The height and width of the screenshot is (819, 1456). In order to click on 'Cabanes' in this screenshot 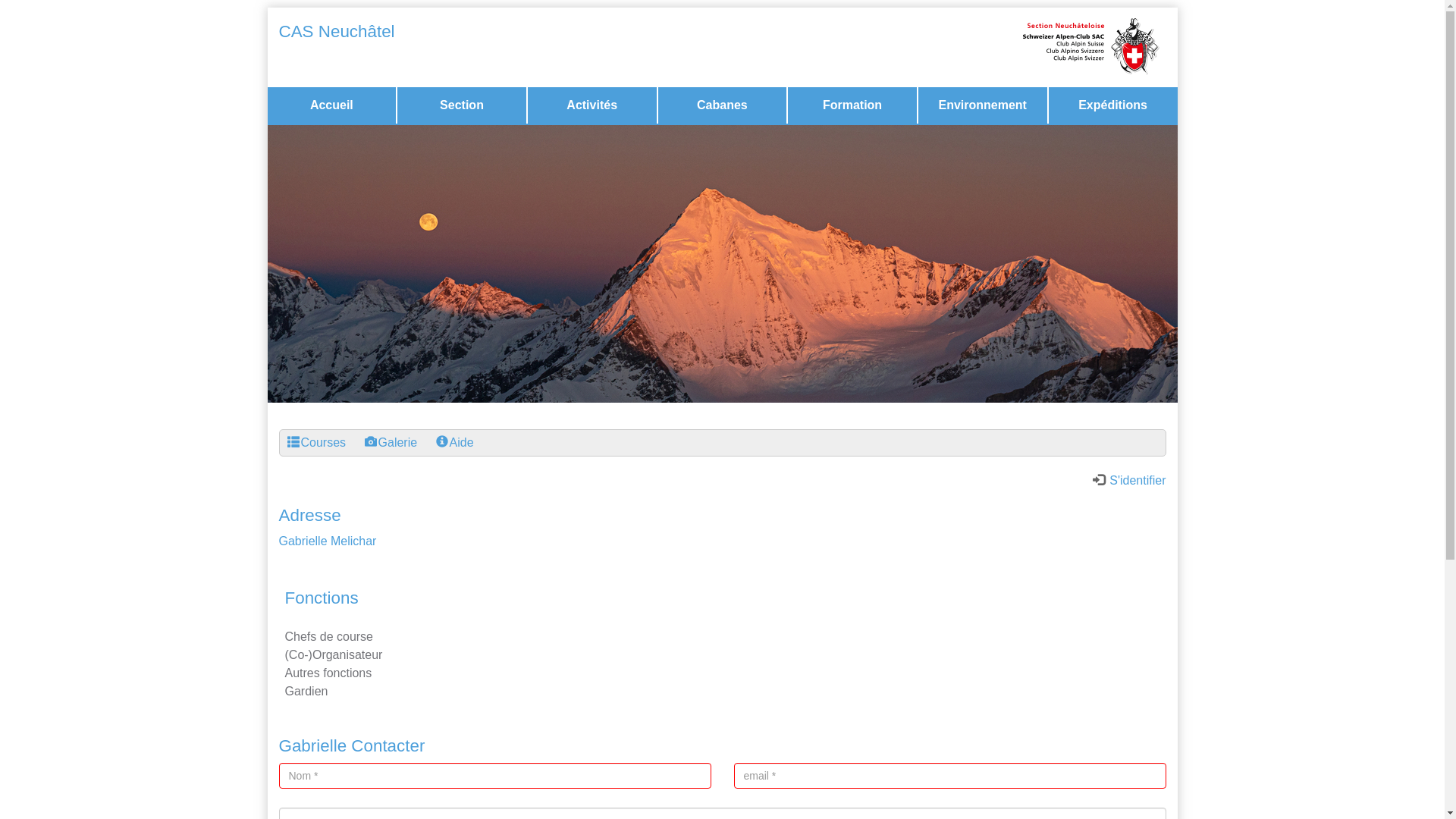, I will do `click(722, 104)`.